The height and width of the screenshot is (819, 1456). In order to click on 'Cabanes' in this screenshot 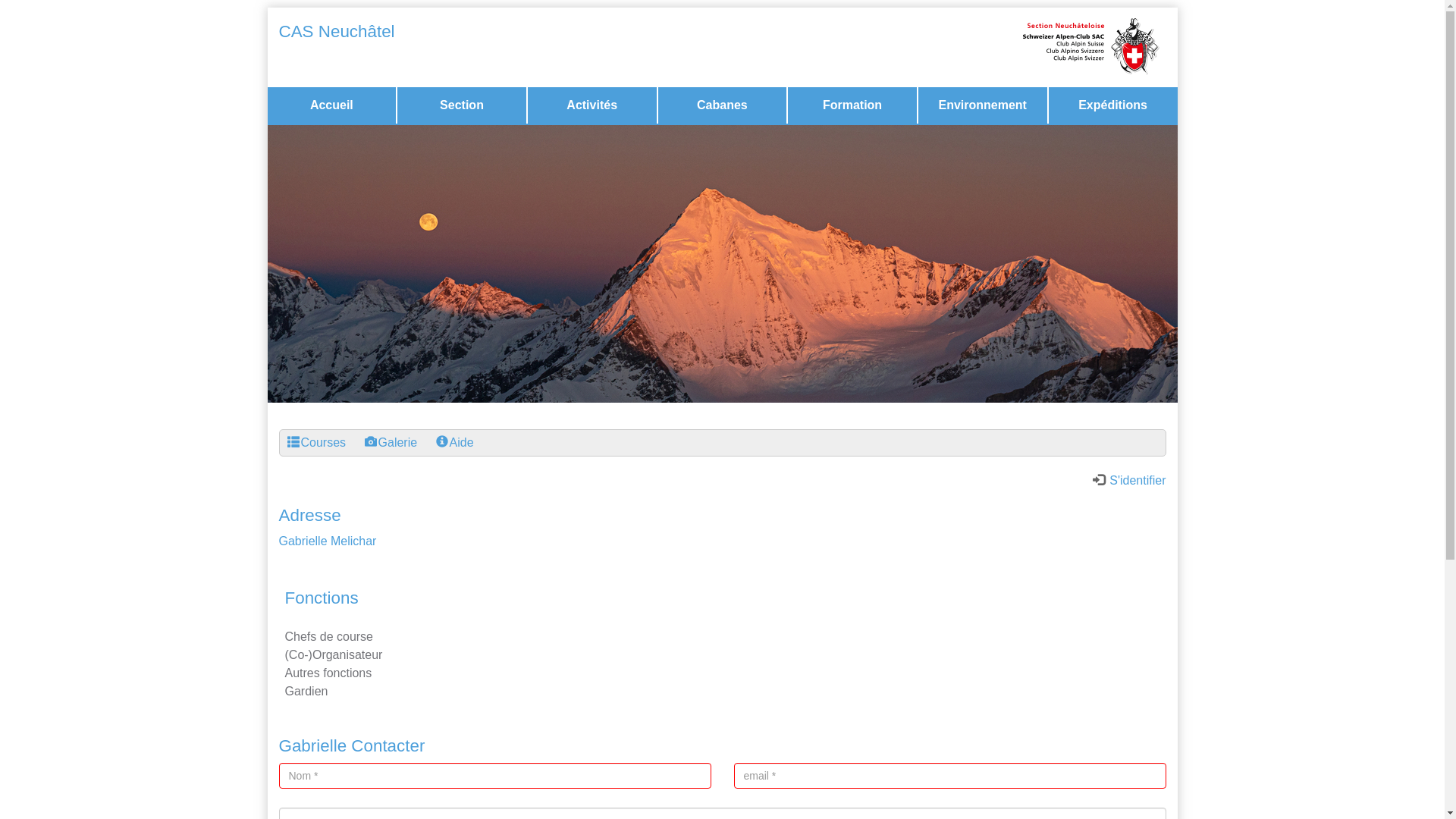, I will do `click(722, 104)`.